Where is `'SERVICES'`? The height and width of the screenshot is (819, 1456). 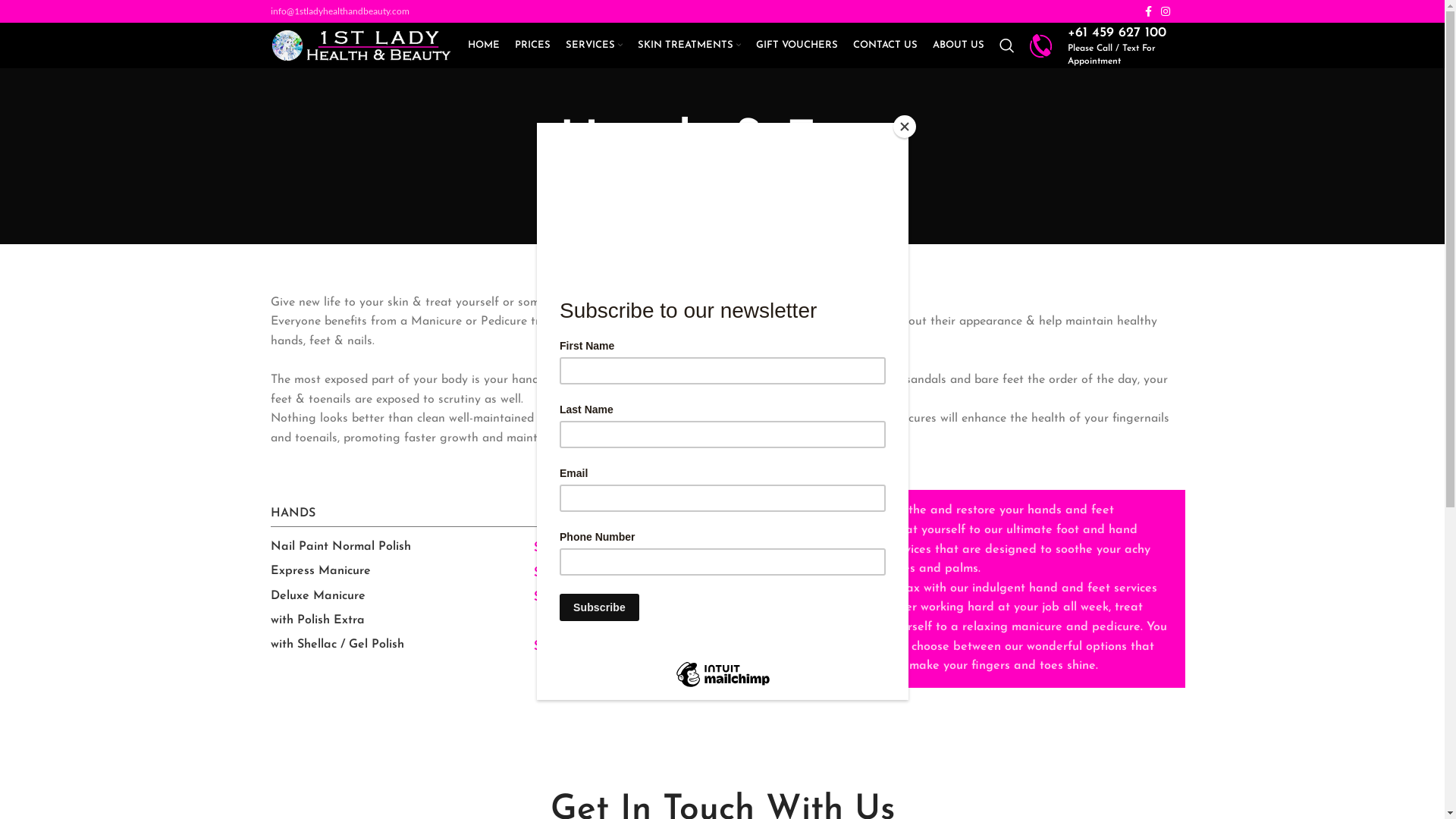 'SERVICES' is located at coordinates (593, 45).